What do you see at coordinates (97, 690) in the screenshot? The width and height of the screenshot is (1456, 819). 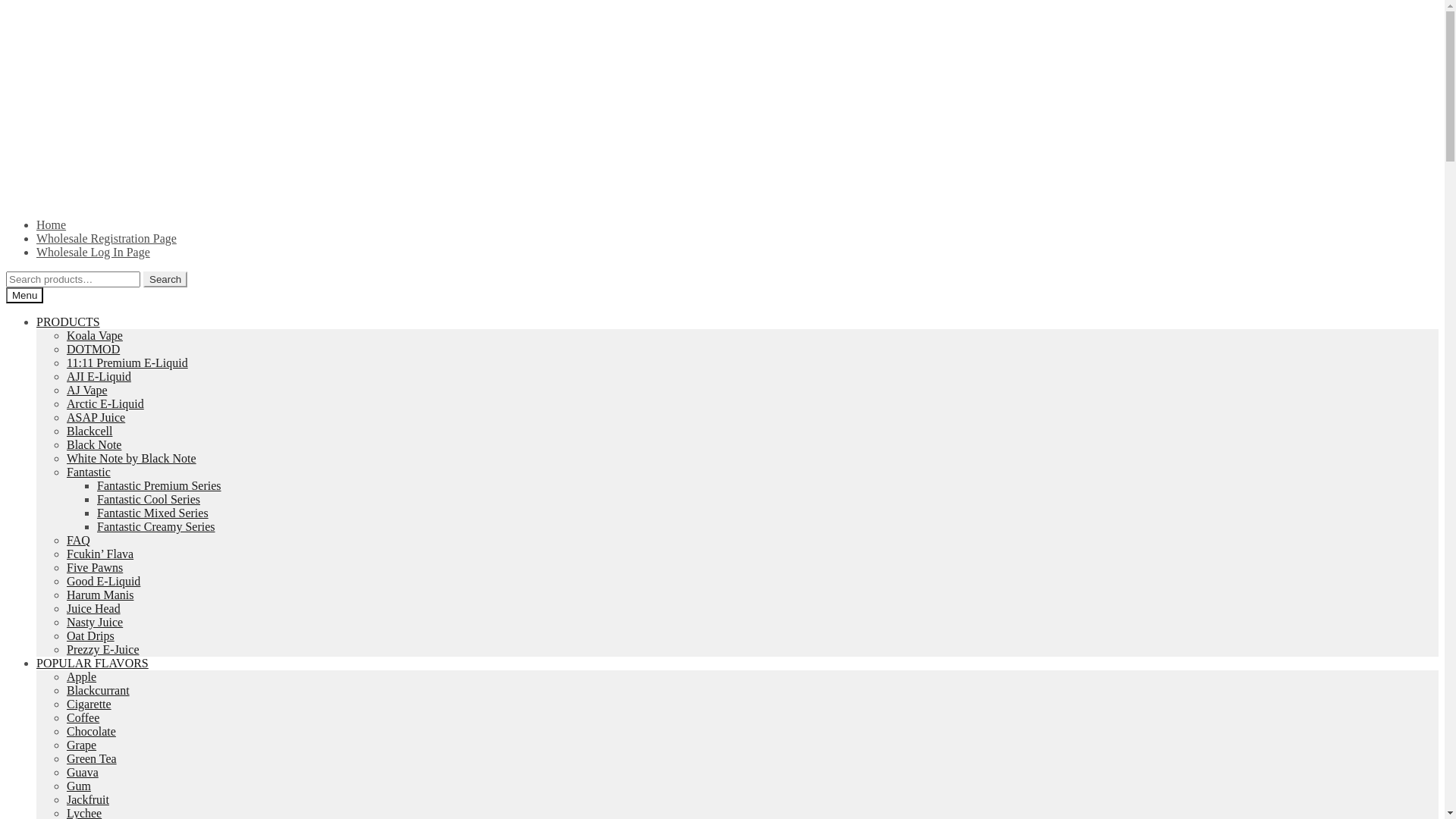 I see `'Blackcurrant'` at bounding box center [97, 690].